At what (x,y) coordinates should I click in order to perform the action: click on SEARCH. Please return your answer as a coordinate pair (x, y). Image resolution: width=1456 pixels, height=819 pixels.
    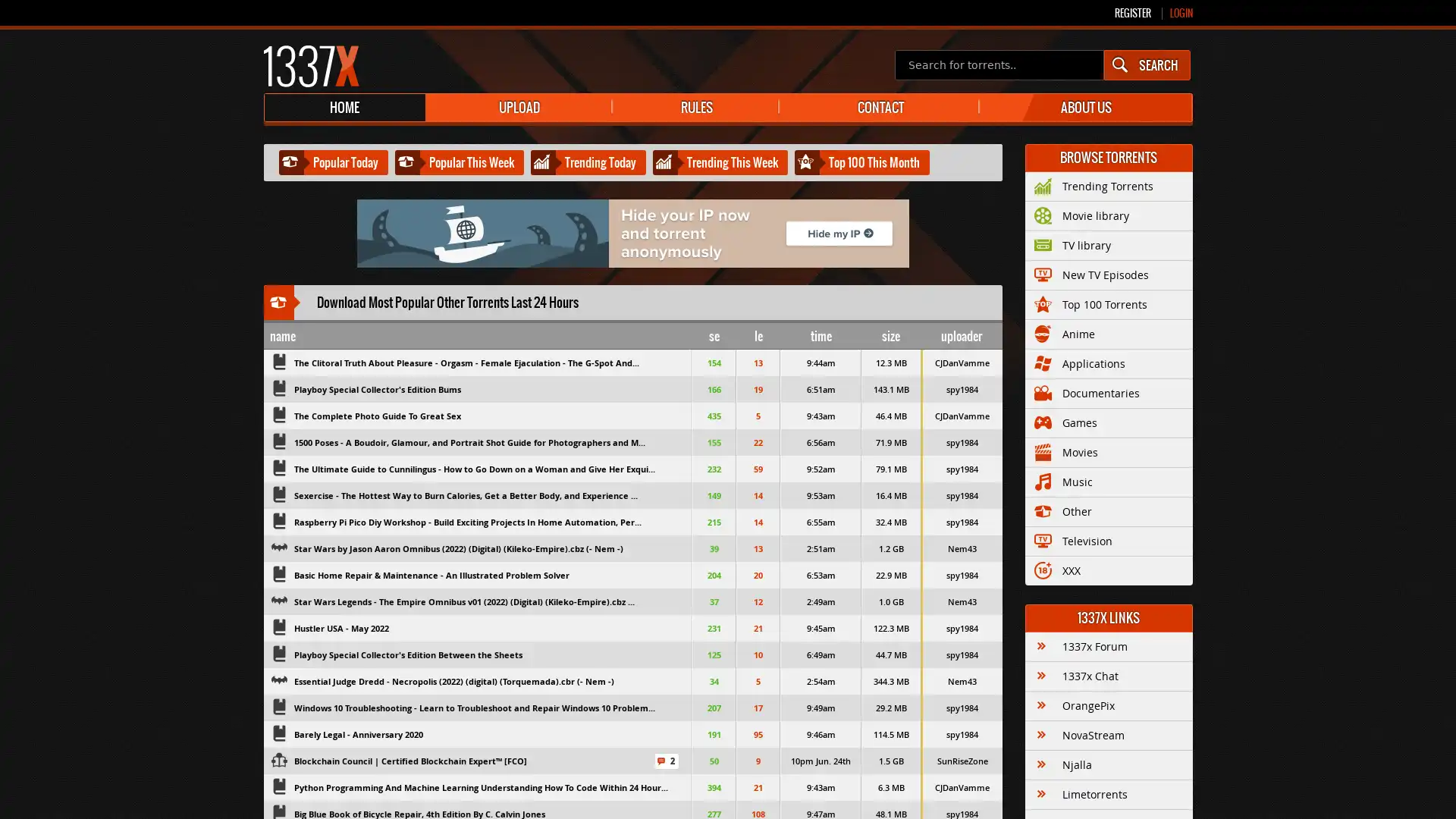
    Looking at the image, I should click on (1147, 64).